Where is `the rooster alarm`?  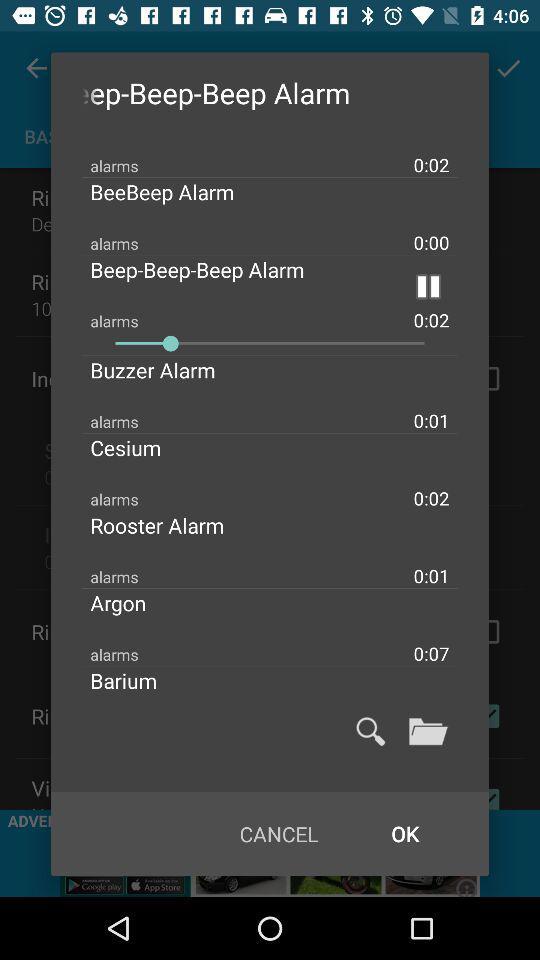 the rooster alarm is located at coordinates (173, 524).